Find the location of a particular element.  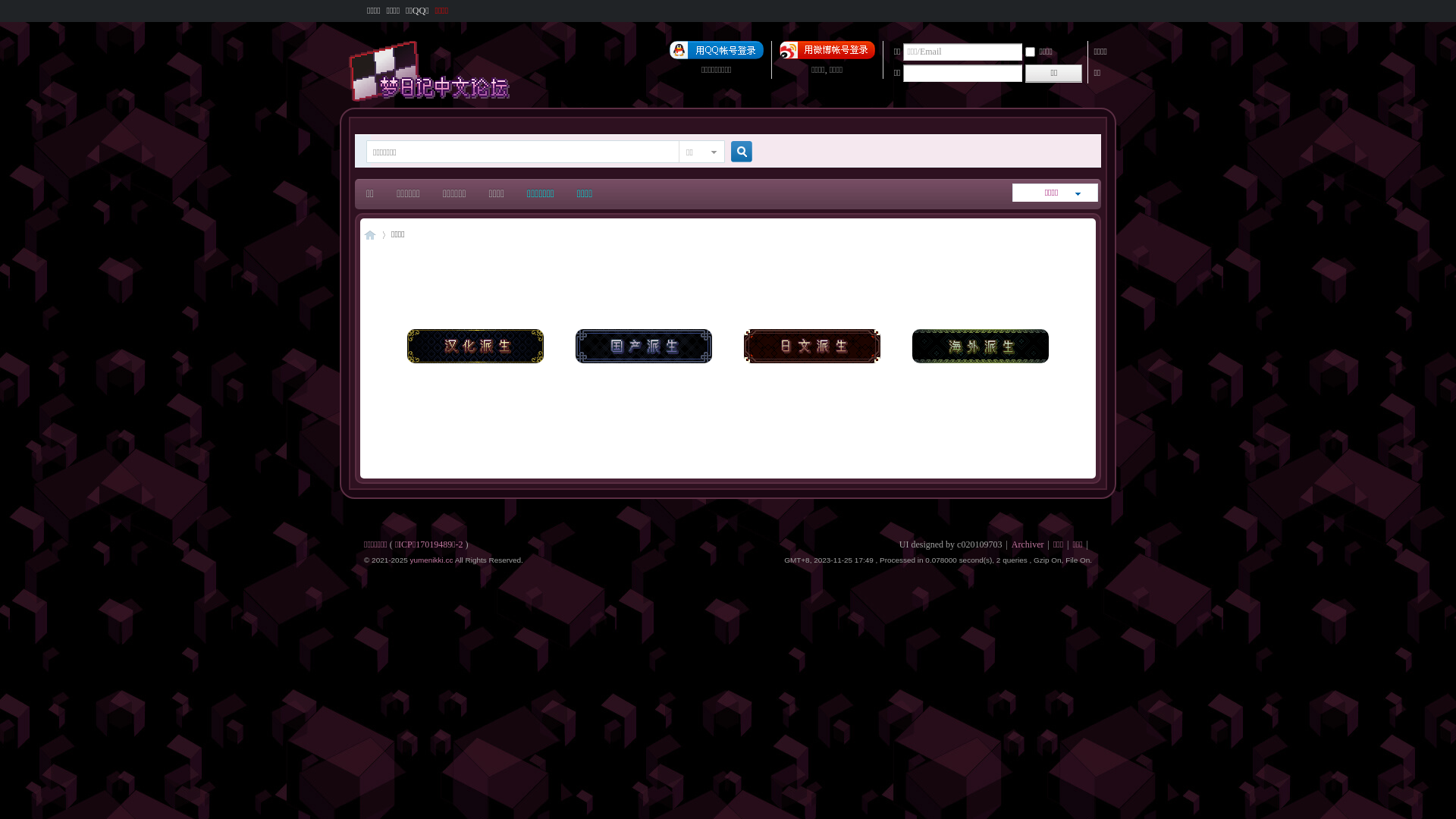

'yumenikki.cc' is located at coordinates (430, 560).